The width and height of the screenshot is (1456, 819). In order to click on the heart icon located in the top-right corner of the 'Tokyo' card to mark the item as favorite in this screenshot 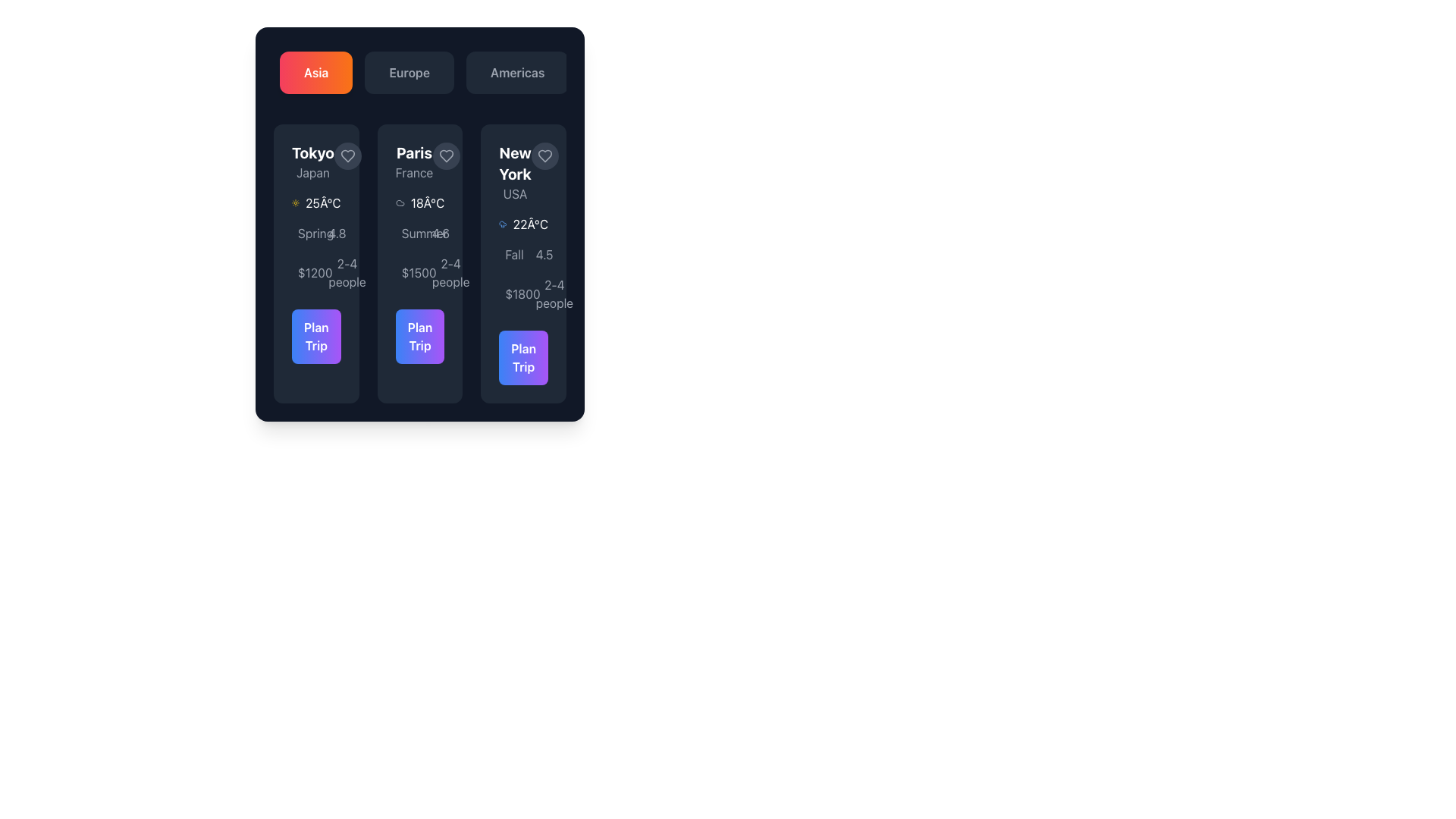, I will do `click(347, 155)`.